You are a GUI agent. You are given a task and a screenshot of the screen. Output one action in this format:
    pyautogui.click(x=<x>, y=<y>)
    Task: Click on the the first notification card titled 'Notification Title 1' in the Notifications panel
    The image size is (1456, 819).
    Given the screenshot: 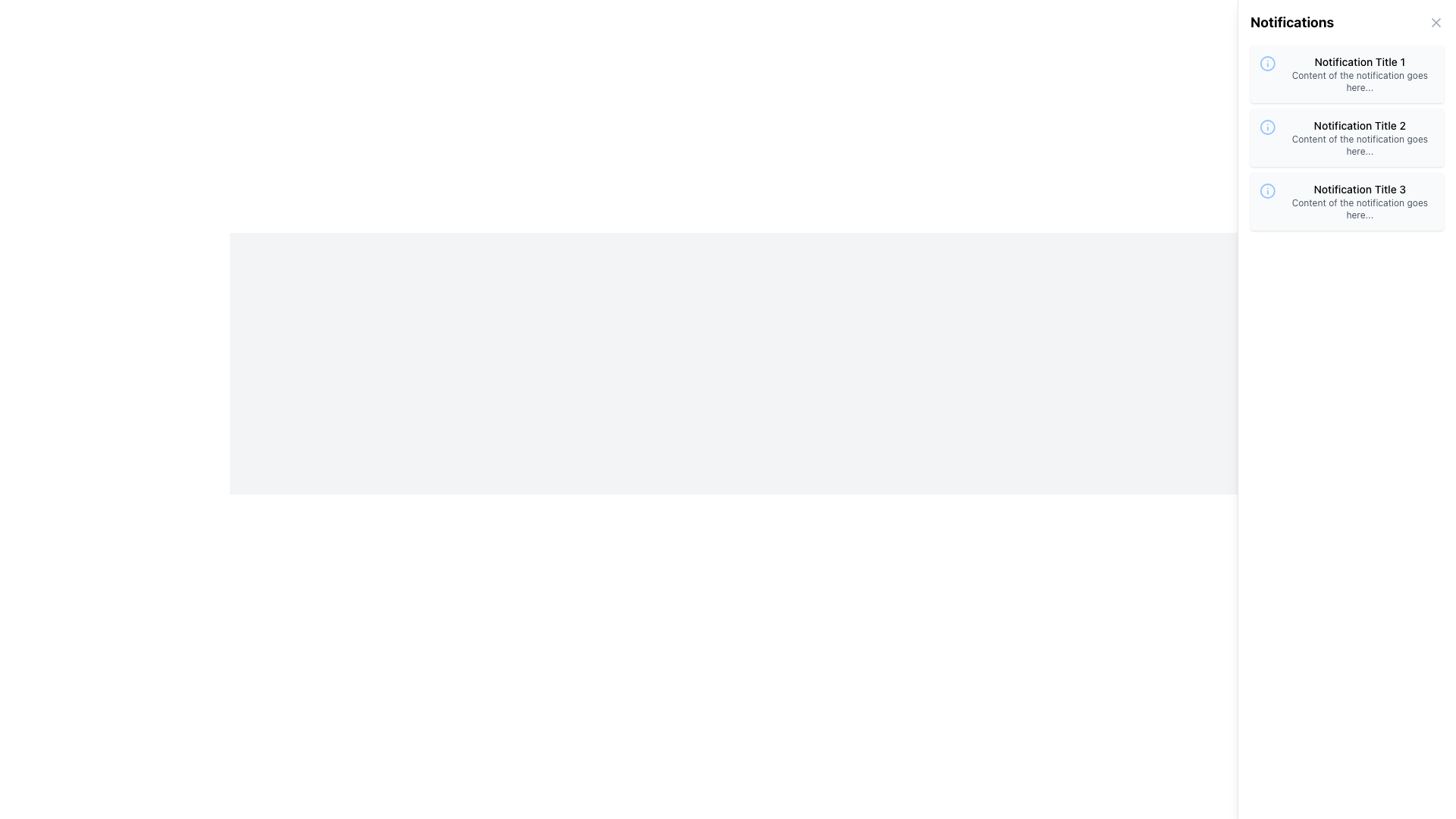 What is the action you would take?
    pyautogui.click(x=1347, y=74)
    